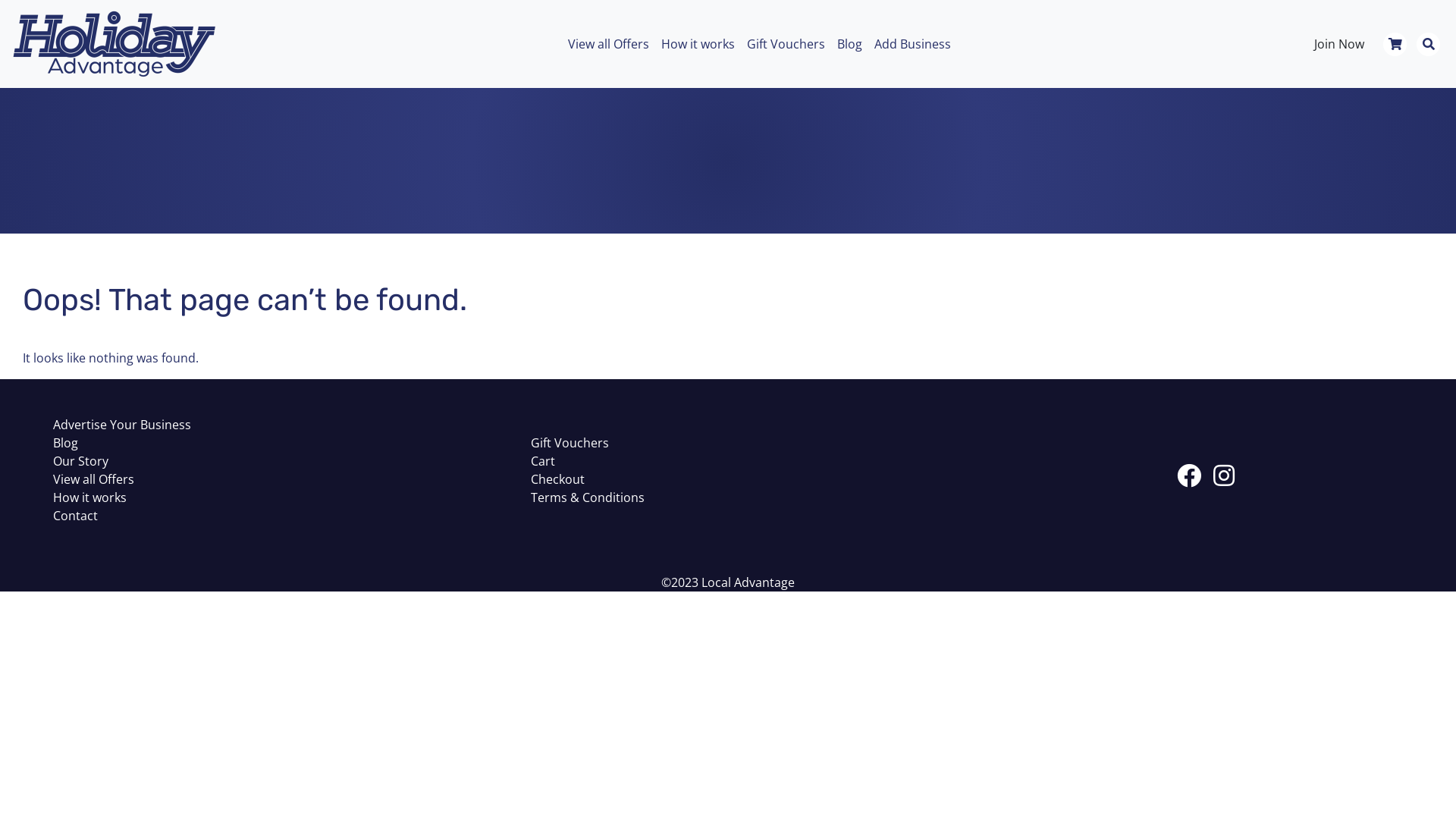 The image size is (1456, 819). What do you see at coordinates (849, 42) in the screenshot?
I see `'Blog'` at bounding box center [849, 42].